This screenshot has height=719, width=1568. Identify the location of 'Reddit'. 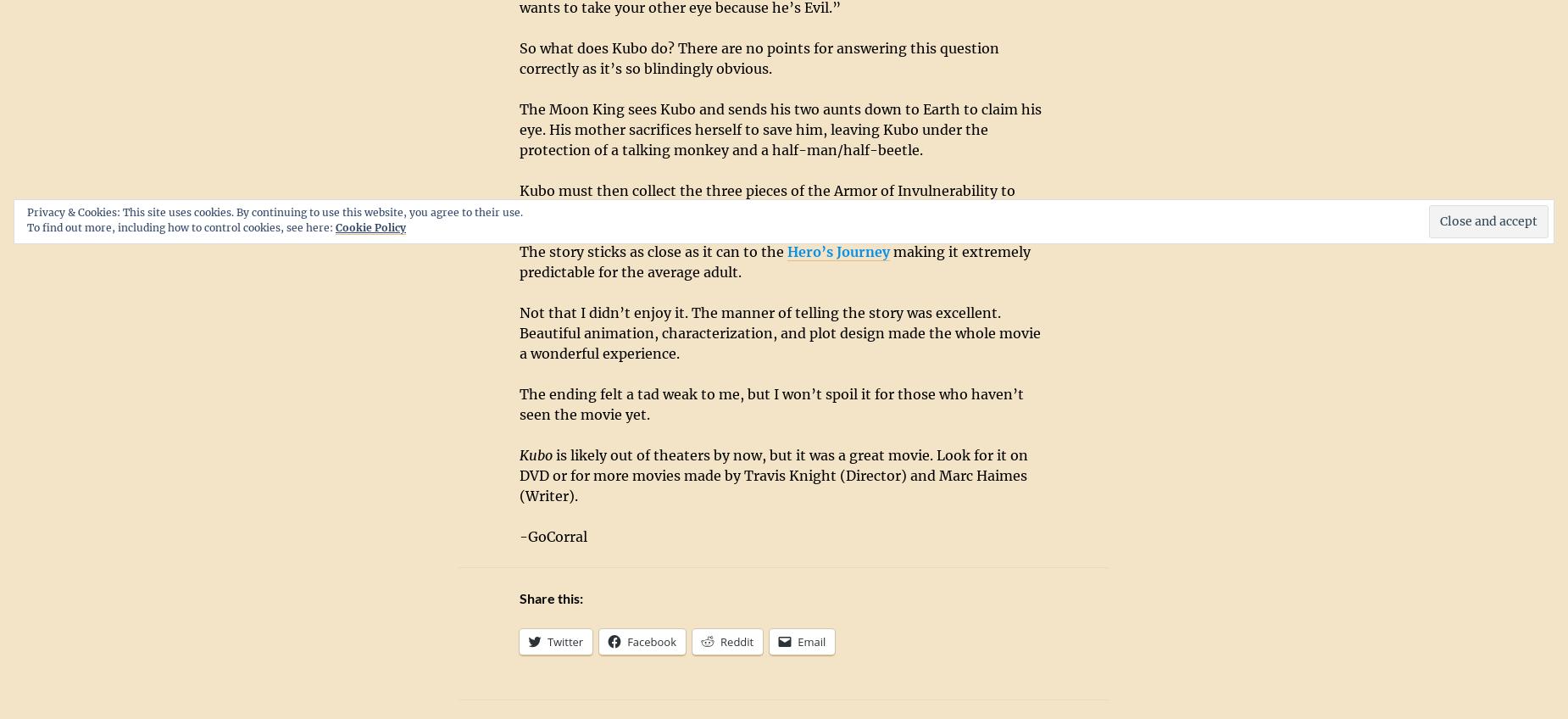
(720, 641).